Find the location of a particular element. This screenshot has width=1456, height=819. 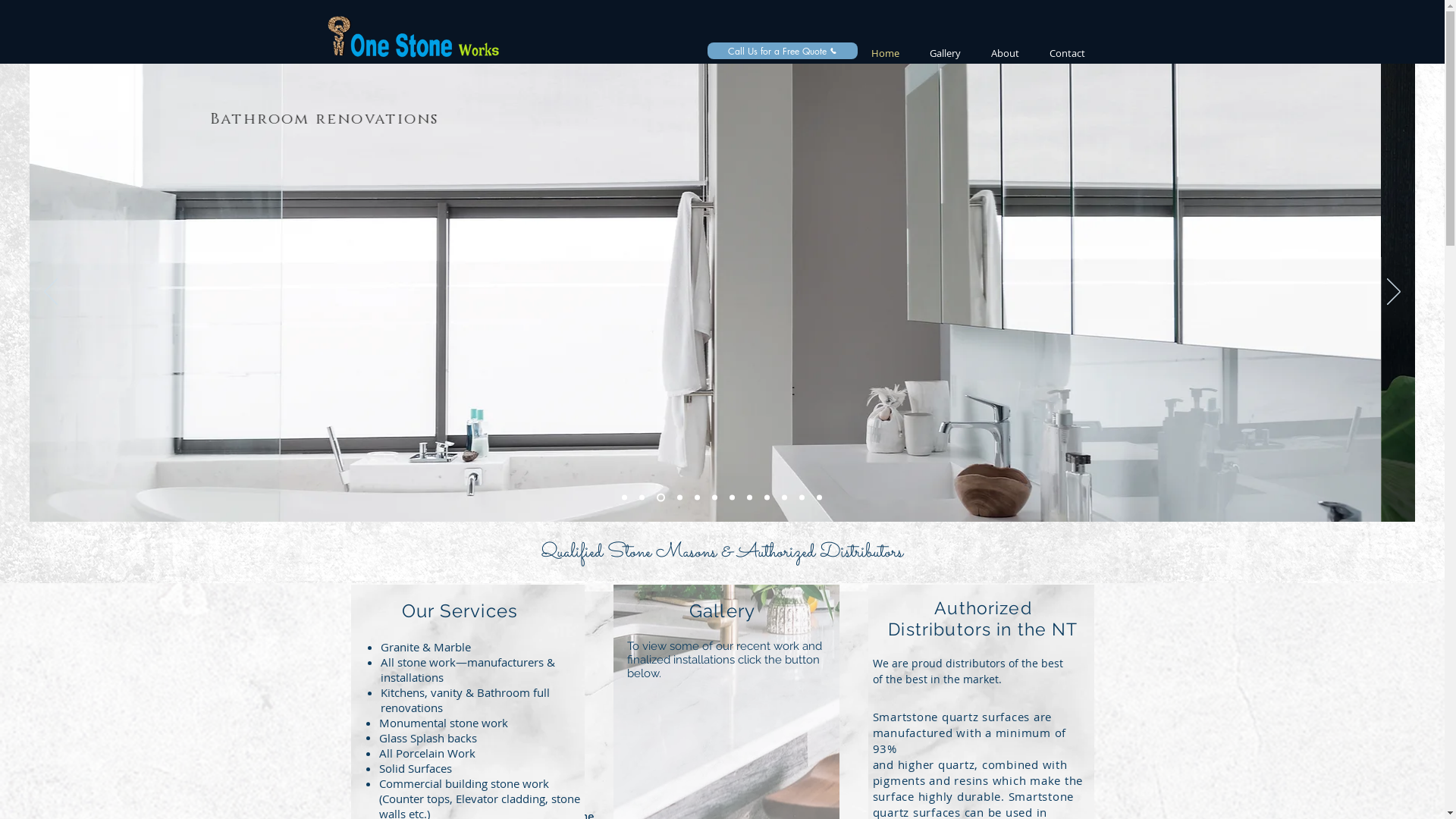

'Call Us for a Free Quote' is located at coordinates (782, 49).